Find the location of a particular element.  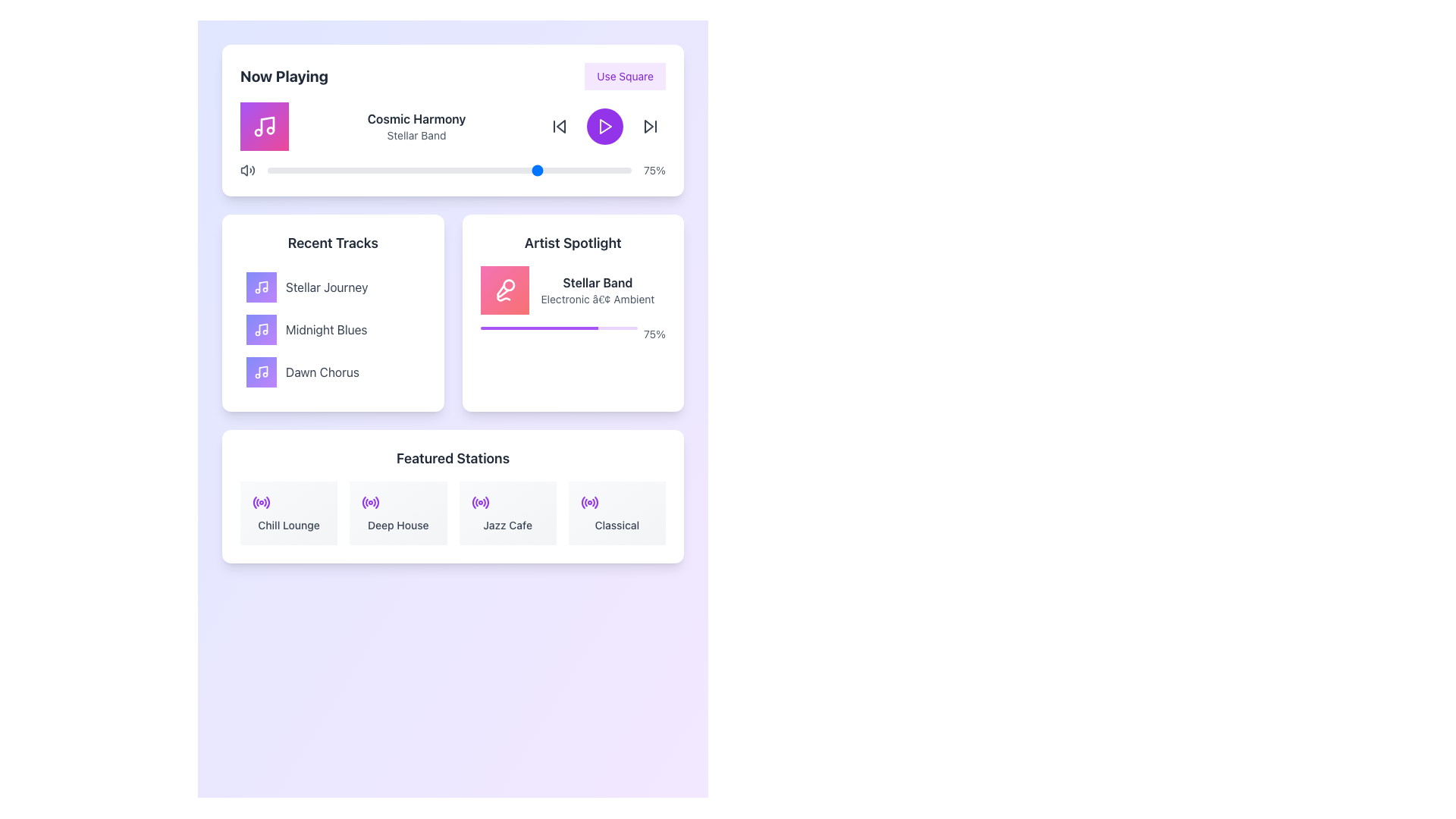

the 'Stellar Journey' text label in the 'Recent Tracks' section is located at coordinates (326, 287).